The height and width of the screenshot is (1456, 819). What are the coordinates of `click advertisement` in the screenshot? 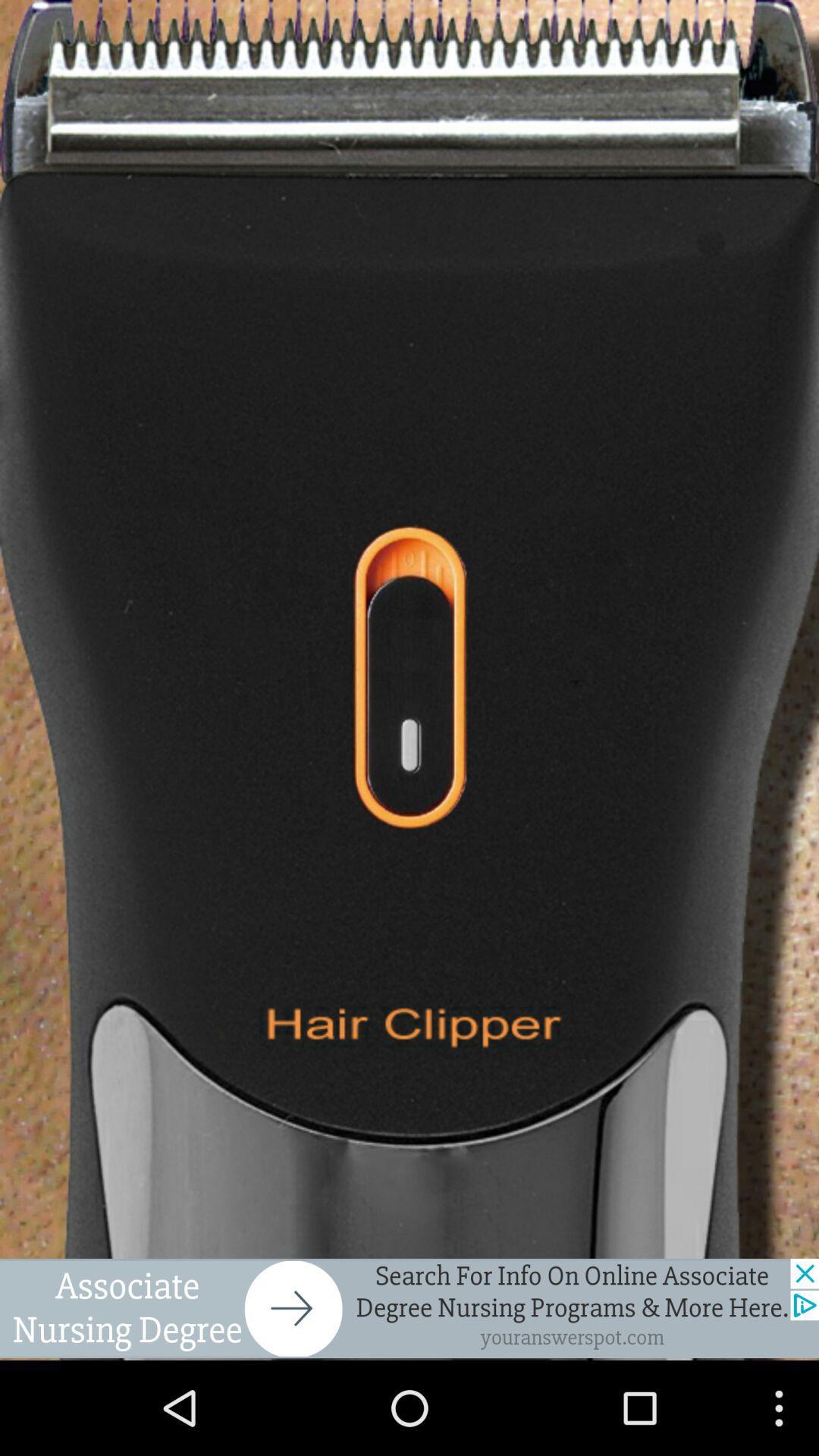 It's located at (409, 1307).